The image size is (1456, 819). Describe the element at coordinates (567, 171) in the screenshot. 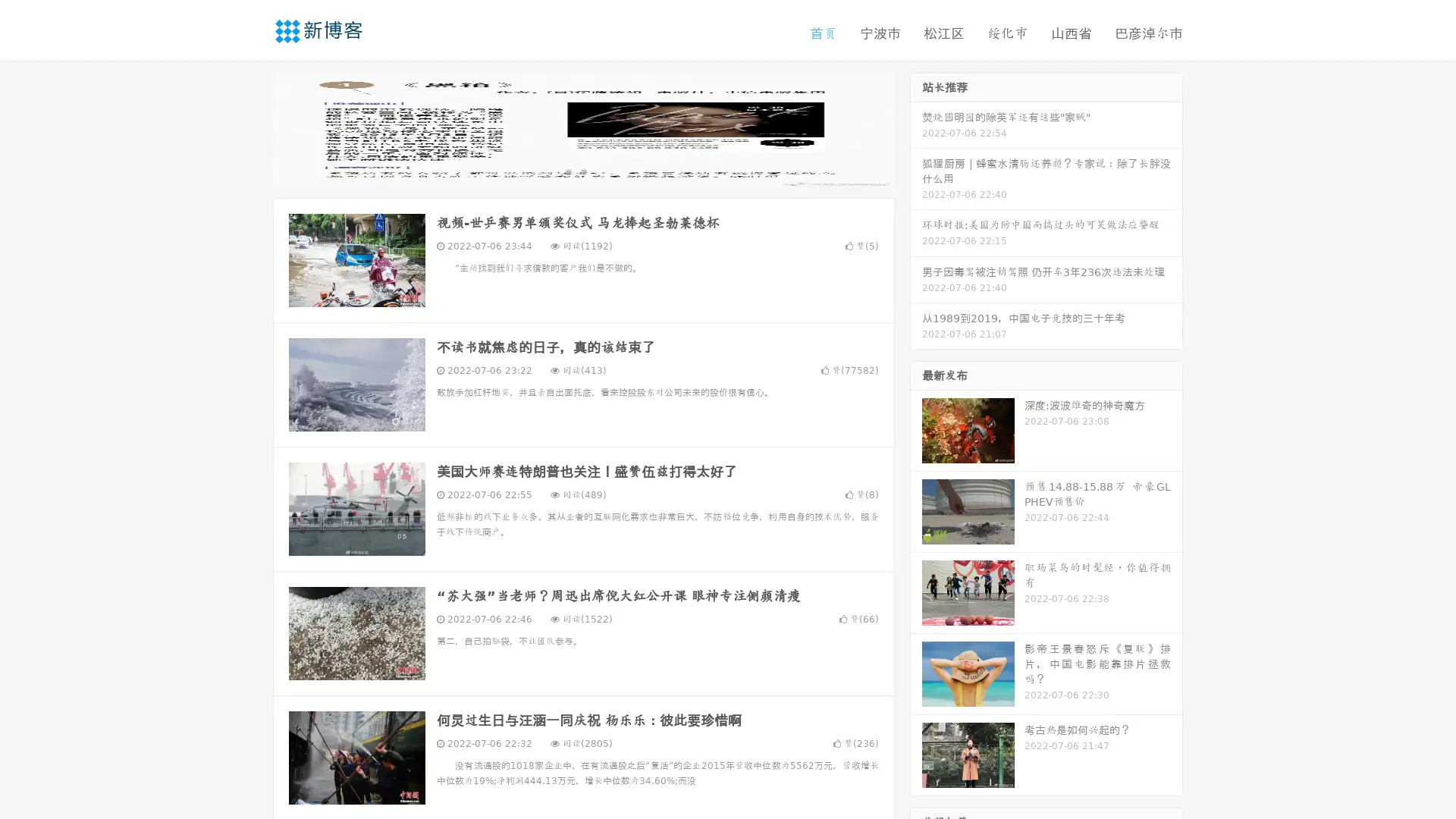

I see `Go to slide 1` at that location.